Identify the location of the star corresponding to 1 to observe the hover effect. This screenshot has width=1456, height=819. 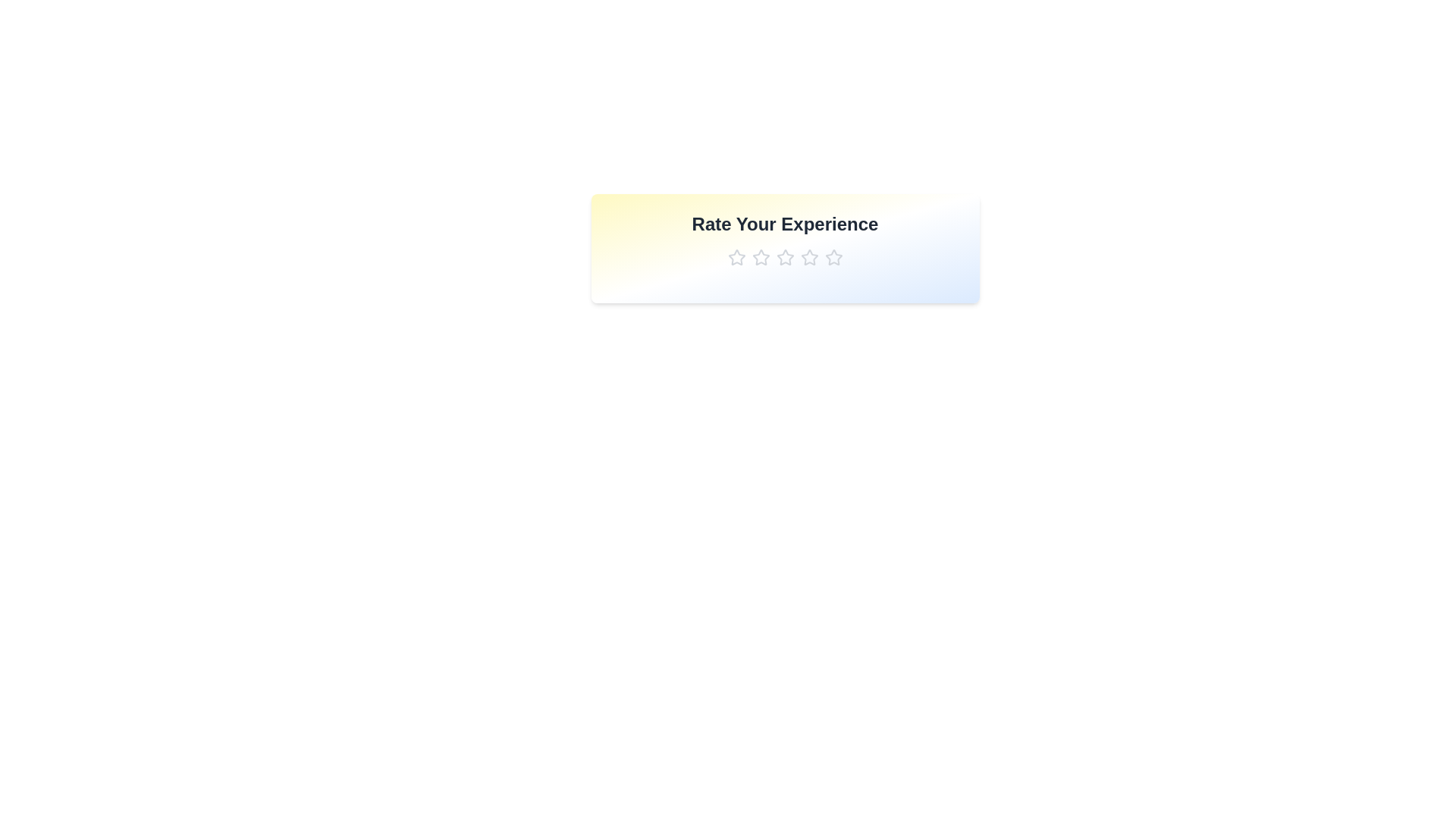
(736, 256).